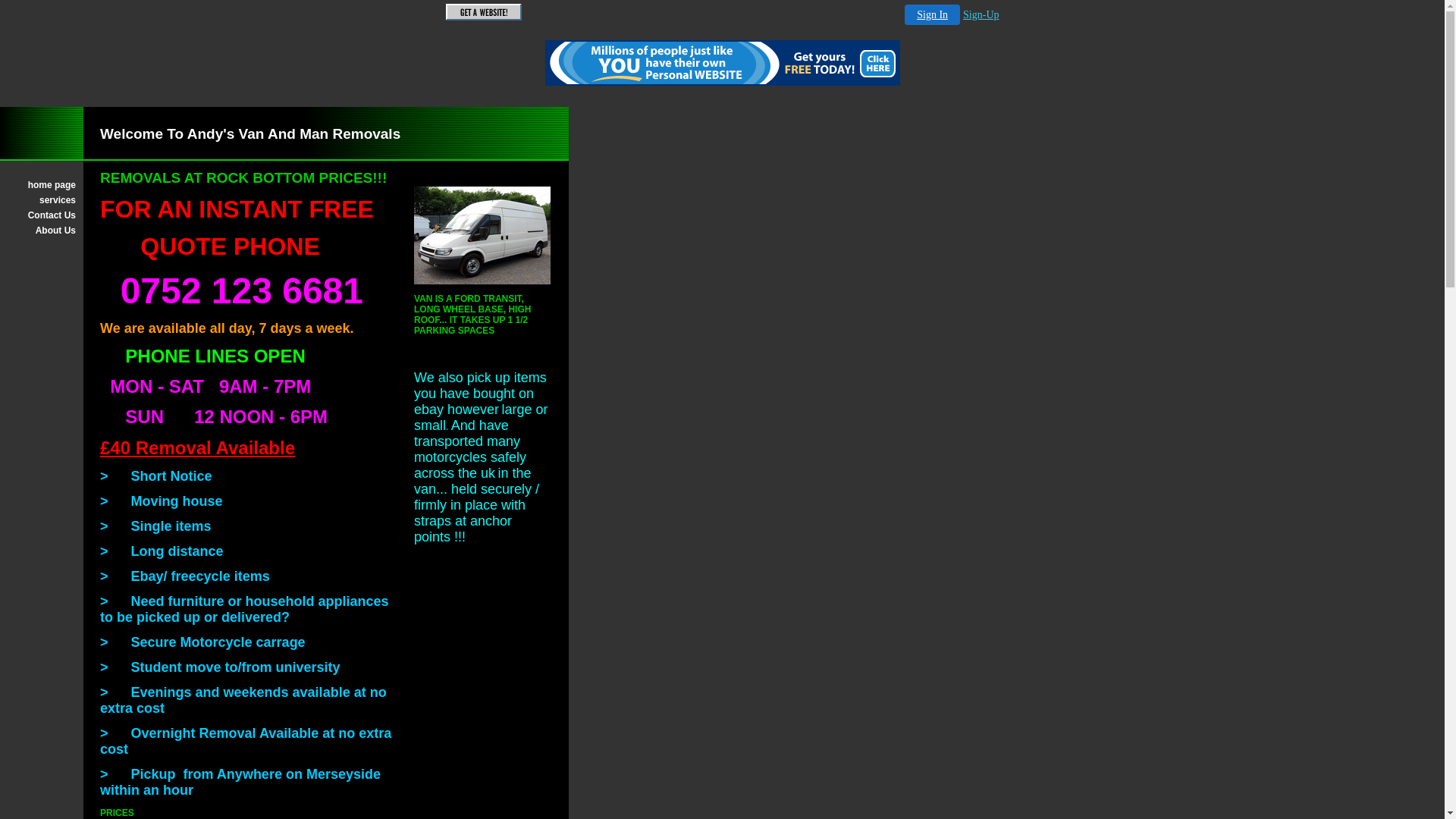 The image size is (1456, 819). Describe the element at coordinates (981, 14) in the screenshot. I see `'Sign-Up'` at that location.